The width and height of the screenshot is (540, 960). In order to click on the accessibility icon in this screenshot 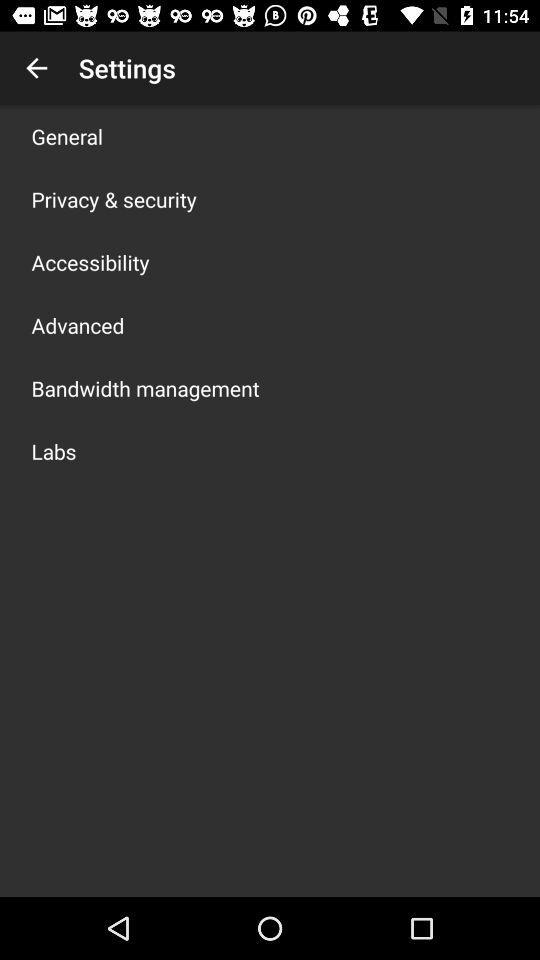, I will do `click(89, 261)`.